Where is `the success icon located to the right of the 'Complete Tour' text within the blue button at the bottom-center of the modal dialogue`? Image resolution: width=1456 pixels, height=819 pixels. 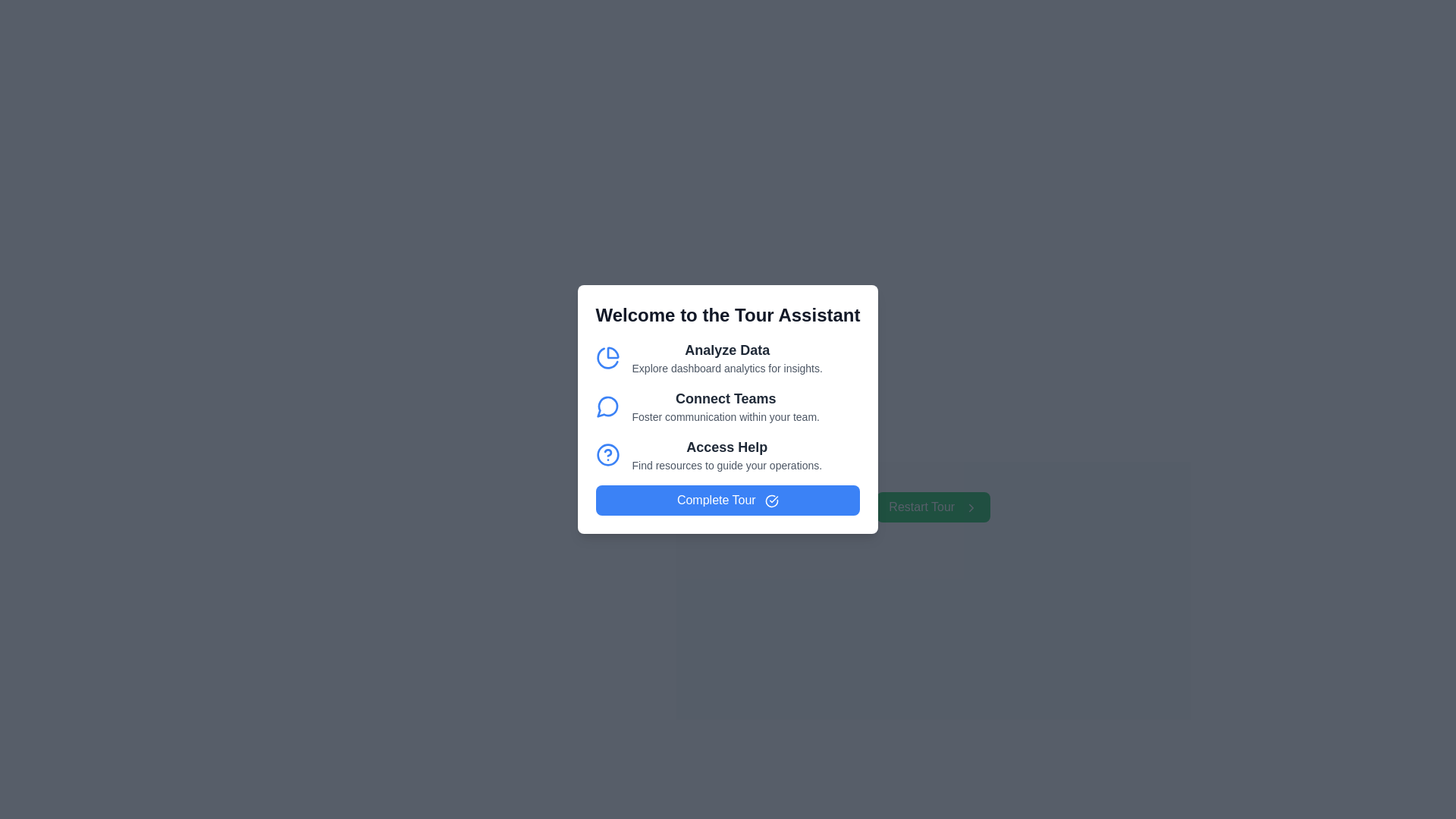
the success icon located to the right of the 'Complete Tour' text within the blue button at the bottom-center of the modal dialogue is located at coordinates (772, 500).